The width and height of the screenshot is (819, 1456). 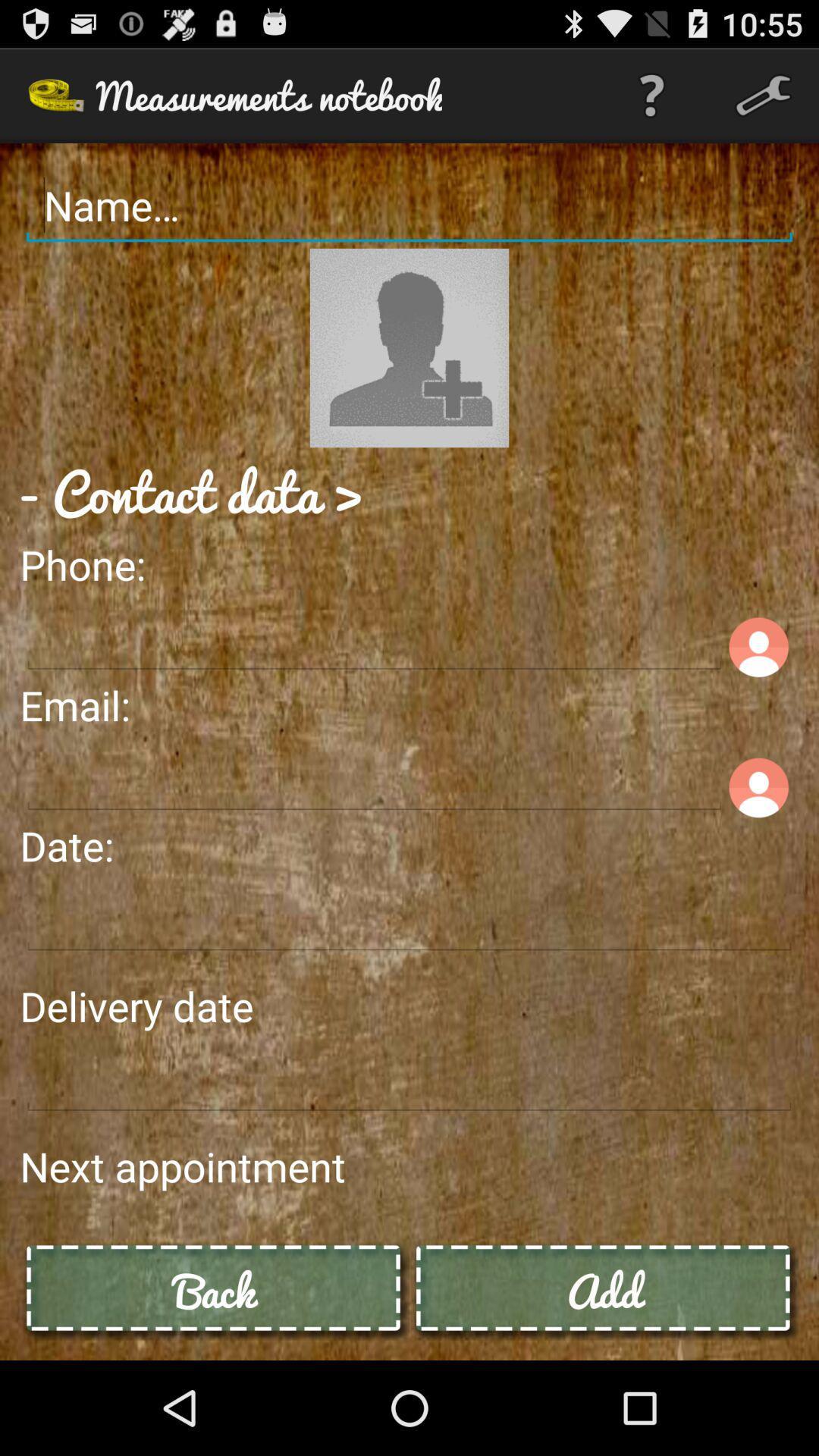 I want to click on the avatar icon, so click(x=758, y=843).